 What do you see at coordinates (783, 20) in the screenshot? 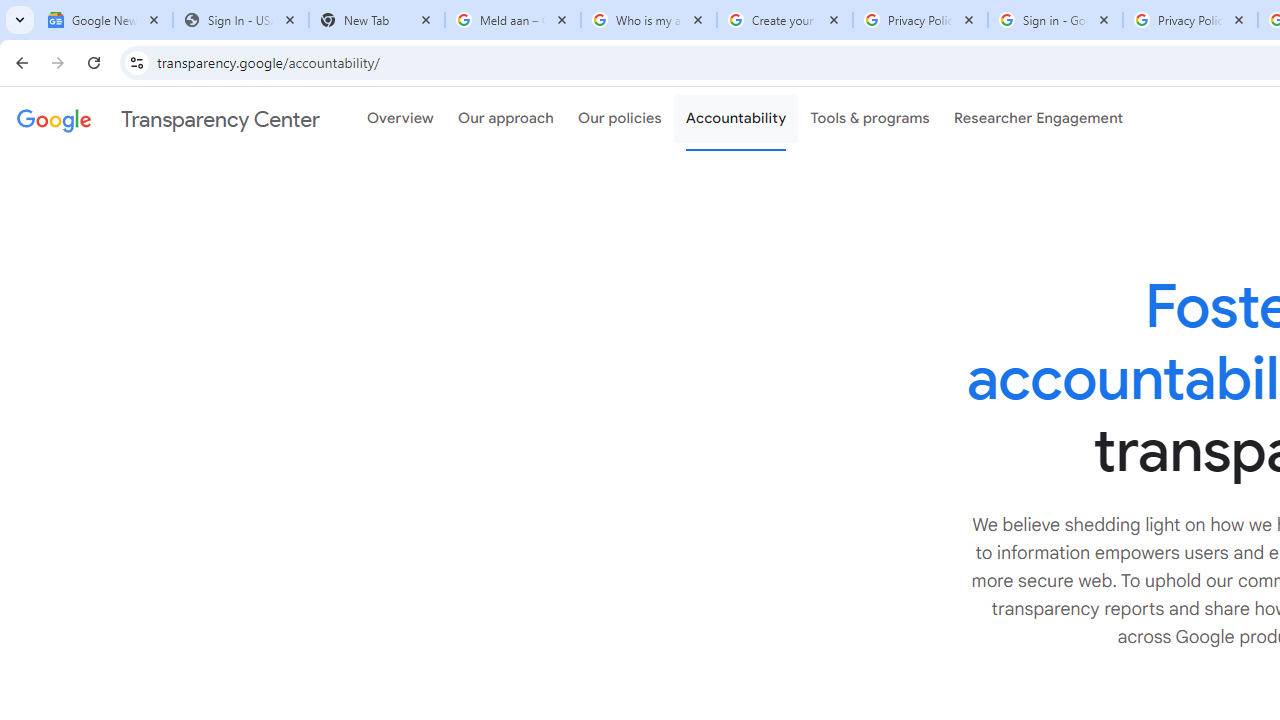
I see `'Create your Google Account'` at bounding box center [783, 20].